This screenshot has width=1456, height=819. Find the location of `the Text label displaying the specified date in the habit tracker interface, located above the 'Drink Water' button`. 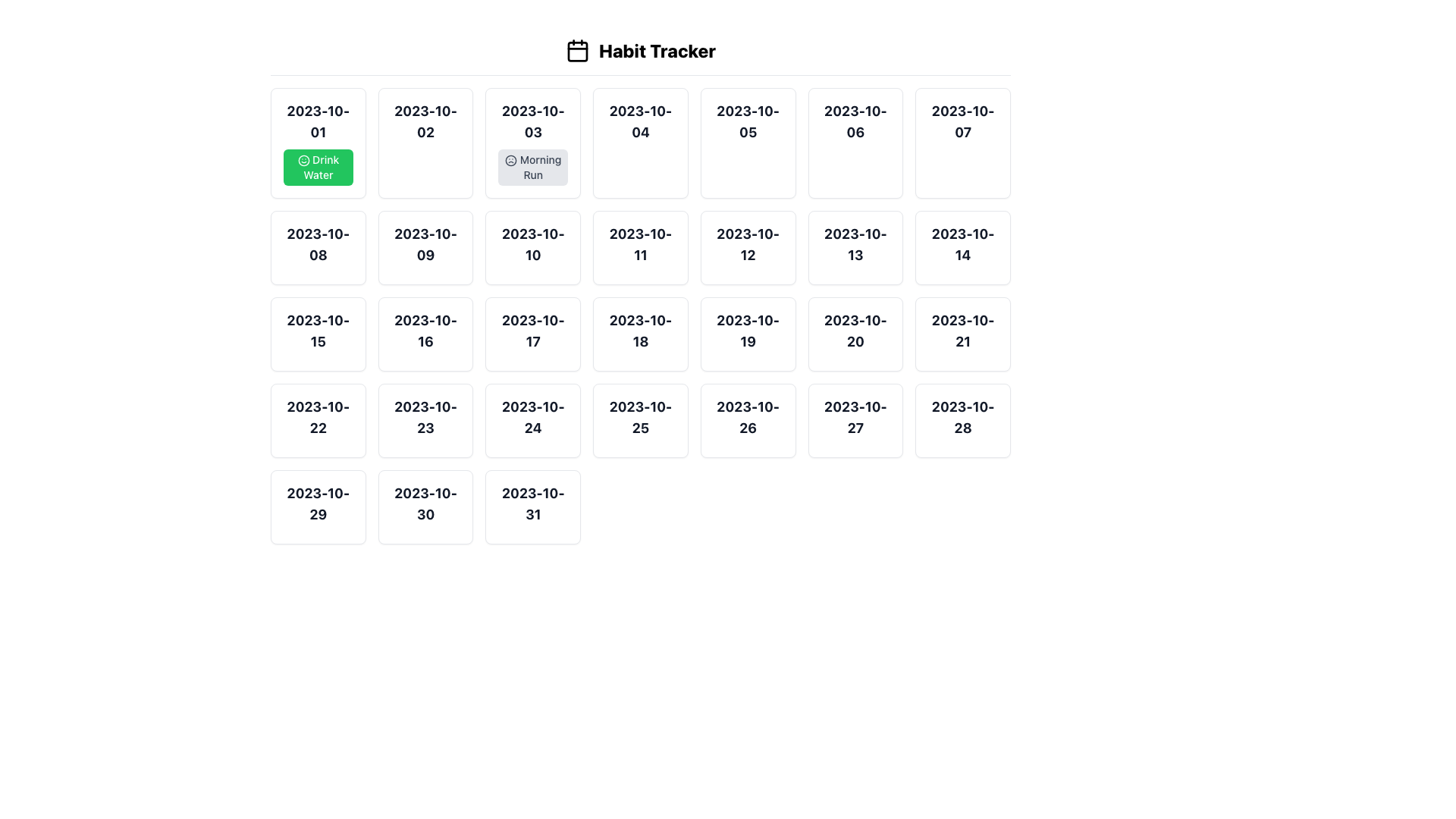

the Text label displaying the specified date in the habit tracker interface, located above the 'Drink Water' button is located at coordinates (317, 121).